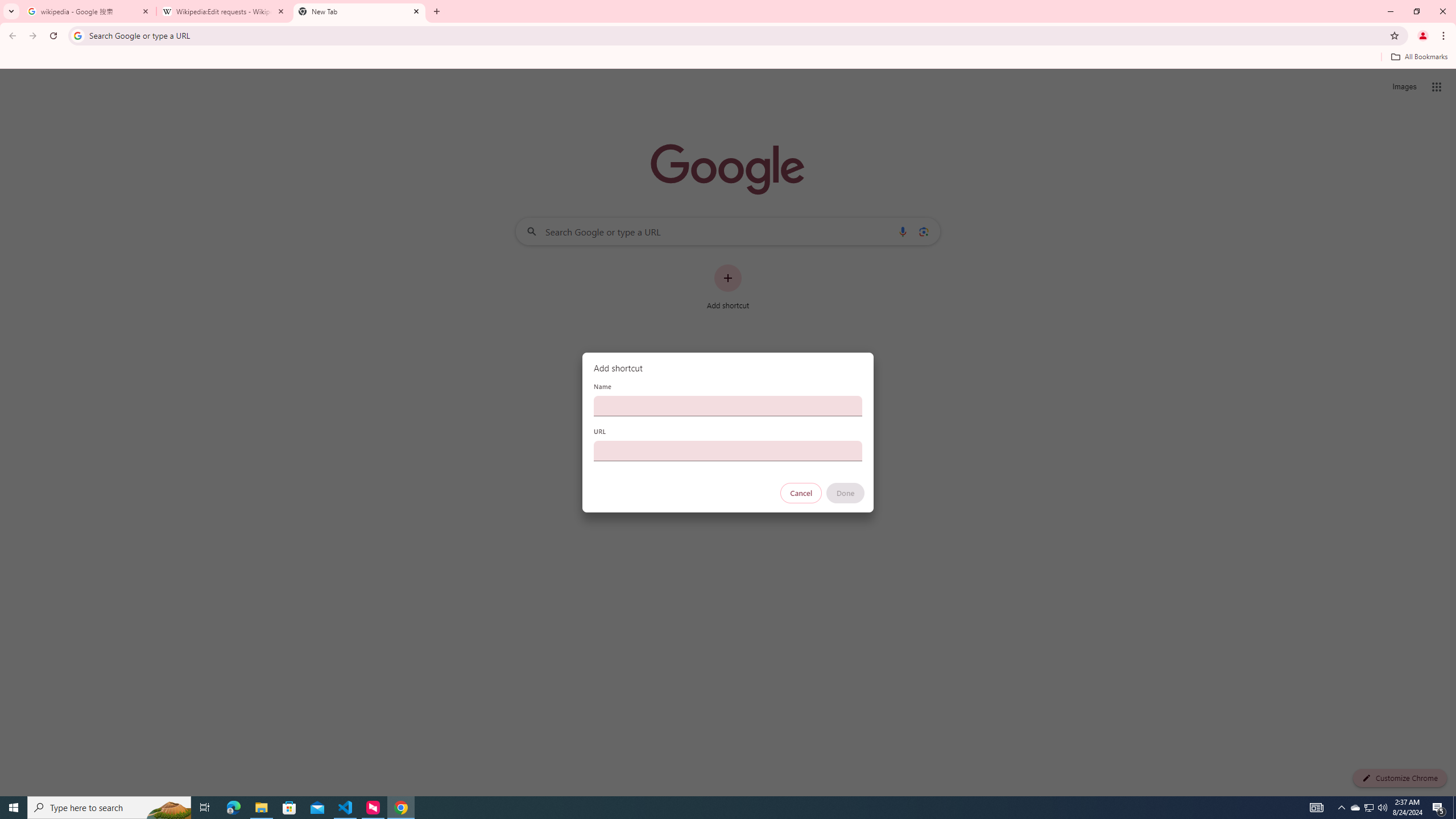 Image resolution: width=1456 pixels, height=819 pixels. I want to click on 'Wikipedia:Edit requests - Wikipedia', so click(224, 11).